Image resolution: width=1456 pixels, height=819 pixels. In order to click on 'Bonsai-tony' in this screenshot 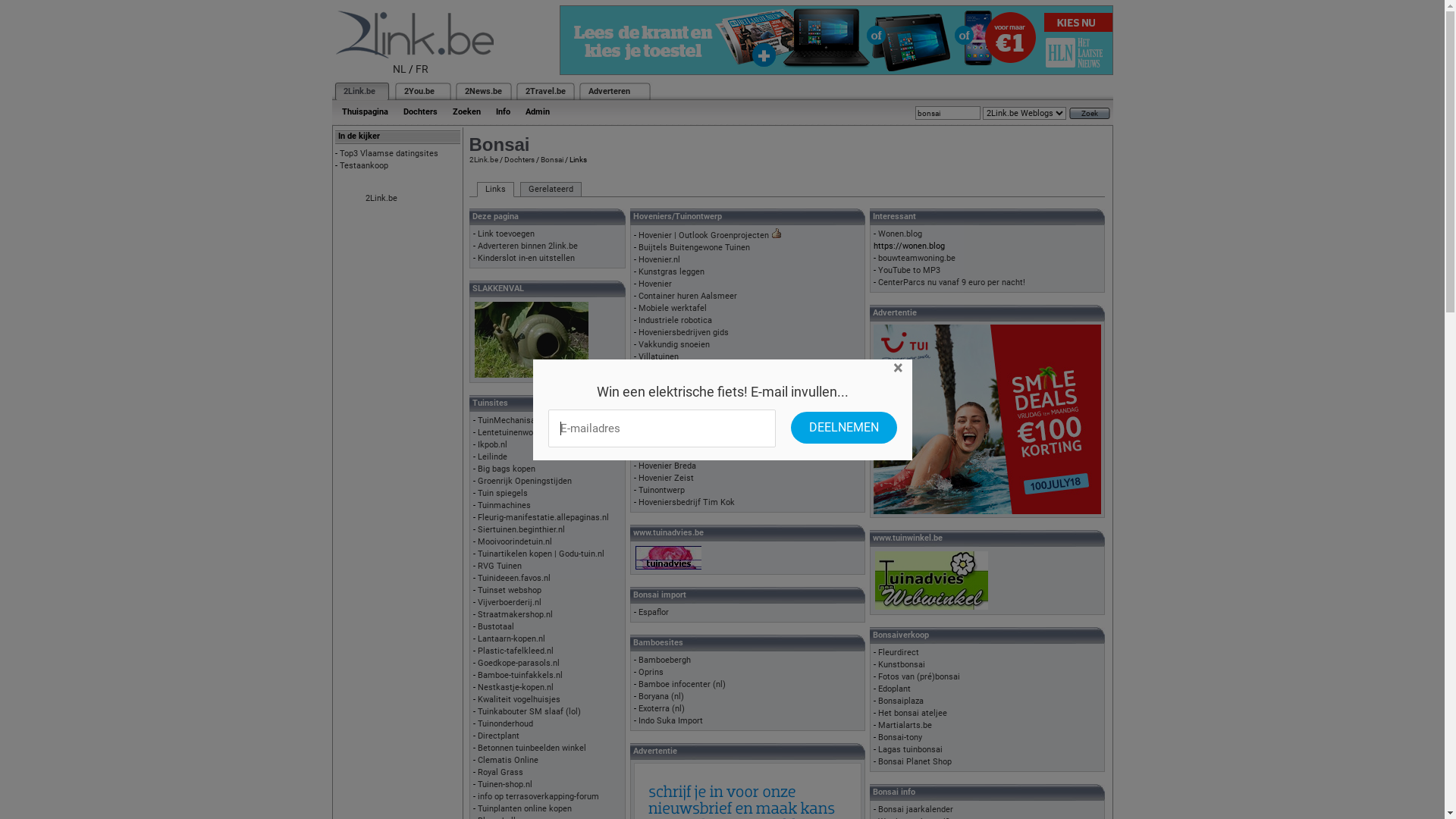, I will do `click(877, 736)`.